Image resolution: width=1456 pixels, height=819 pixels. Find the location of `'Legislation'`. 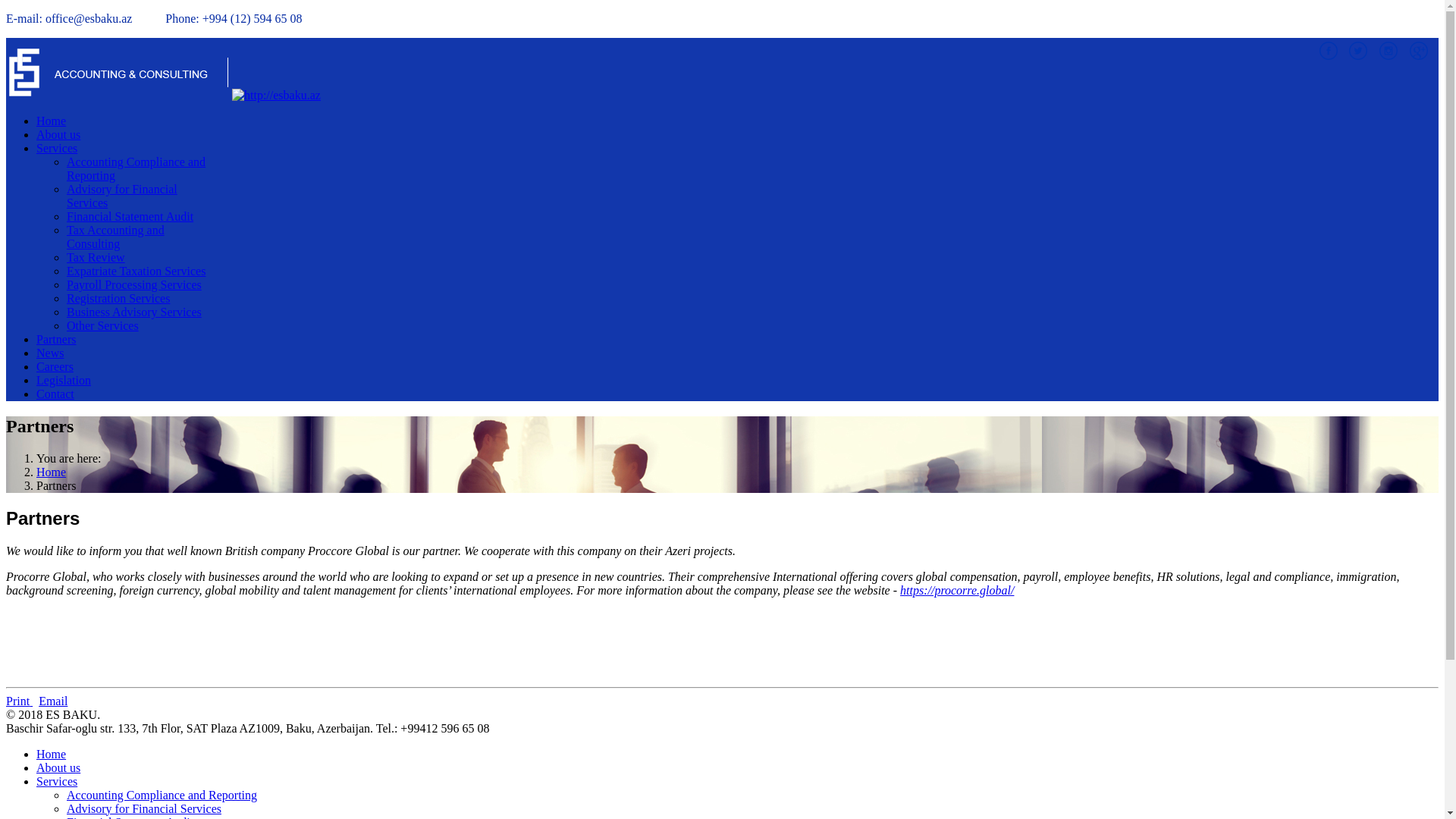

'Legislation' is located at coordinates (62, 379).